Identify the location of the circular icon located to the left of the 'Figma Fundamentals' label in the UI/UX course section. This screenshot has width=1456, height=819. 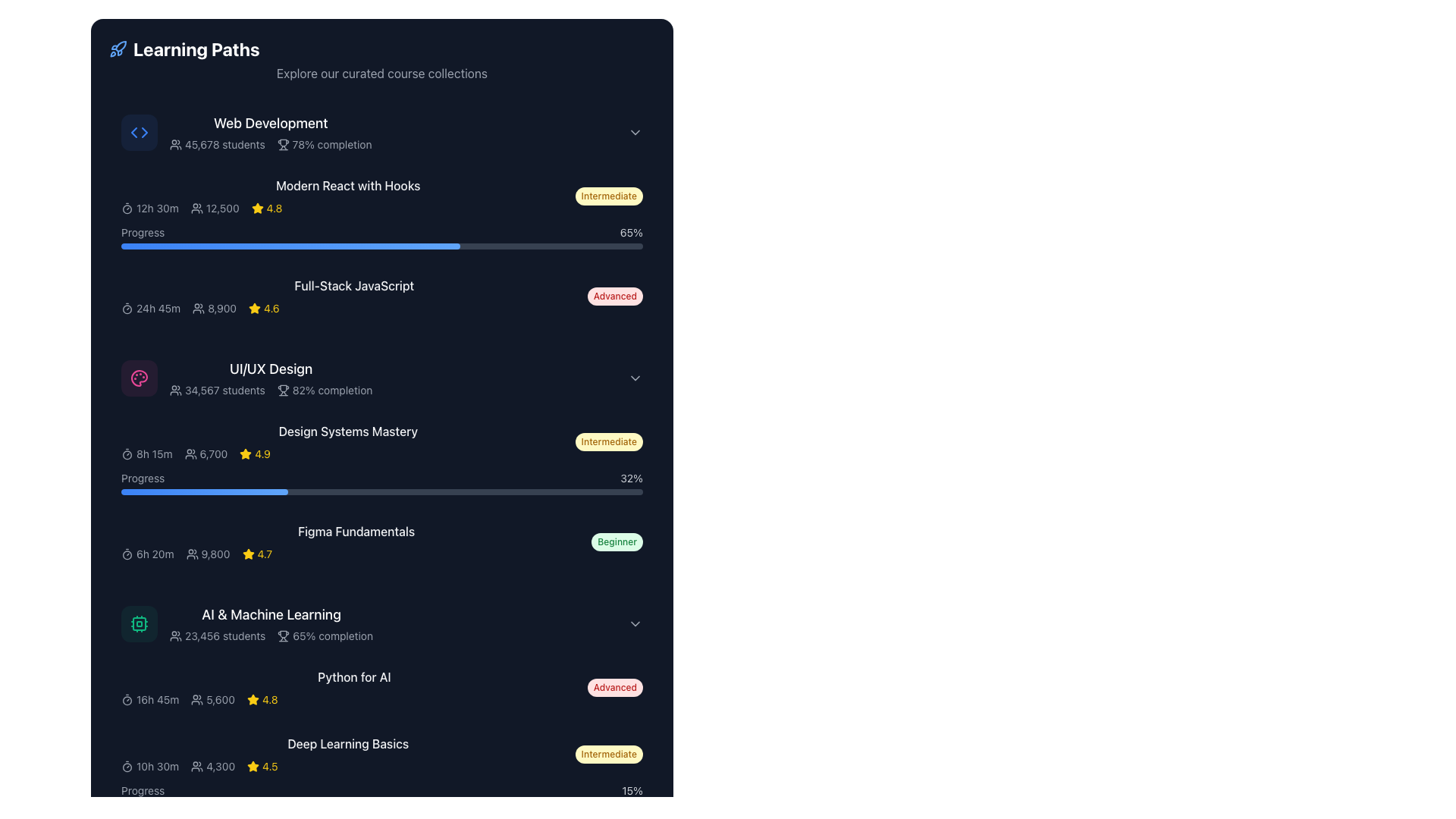
(127, 555).